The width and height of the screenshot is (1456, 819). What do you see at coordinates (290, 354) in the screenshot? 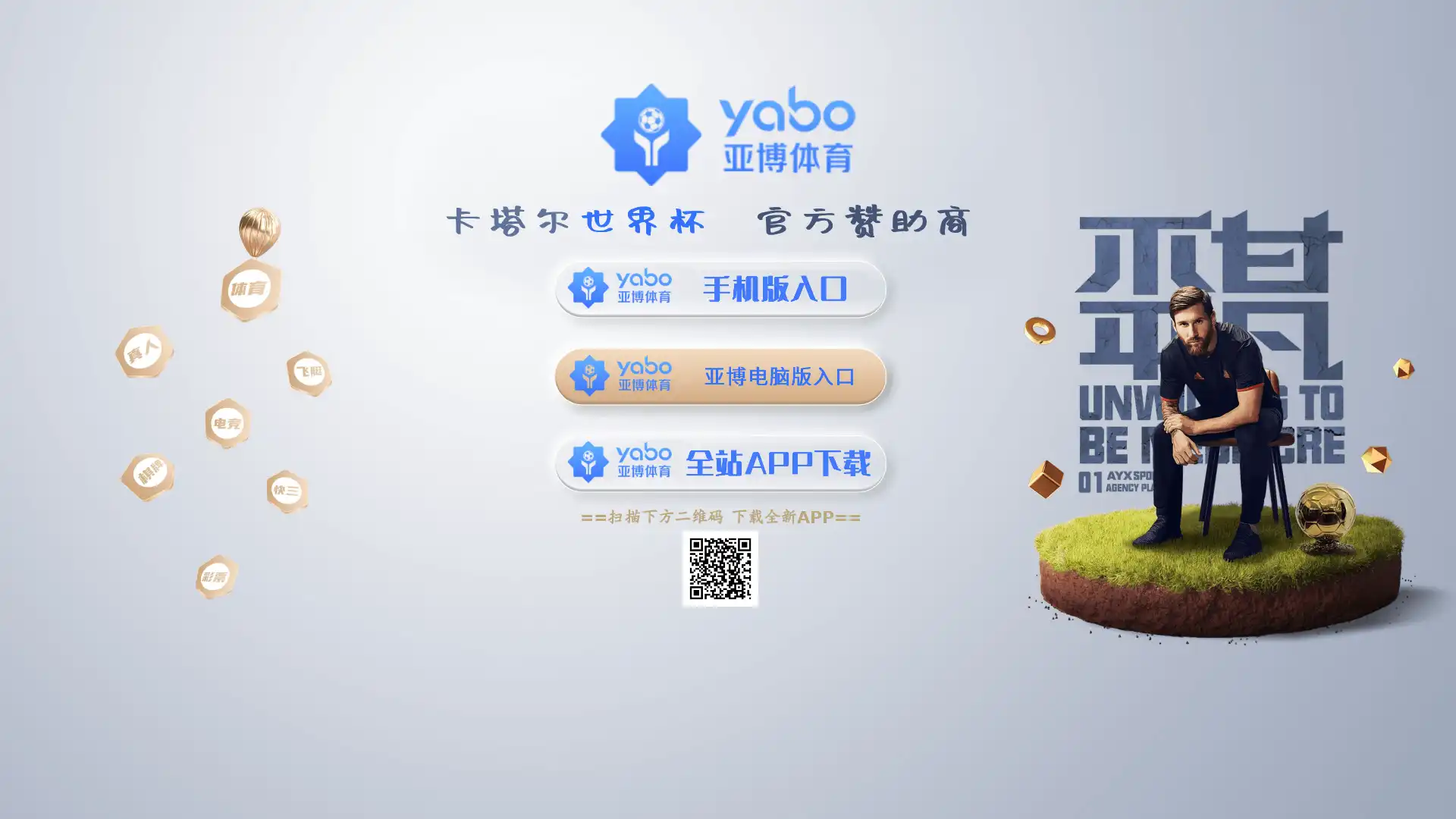
I see `Previous slide` at bounding box center [290, 354].